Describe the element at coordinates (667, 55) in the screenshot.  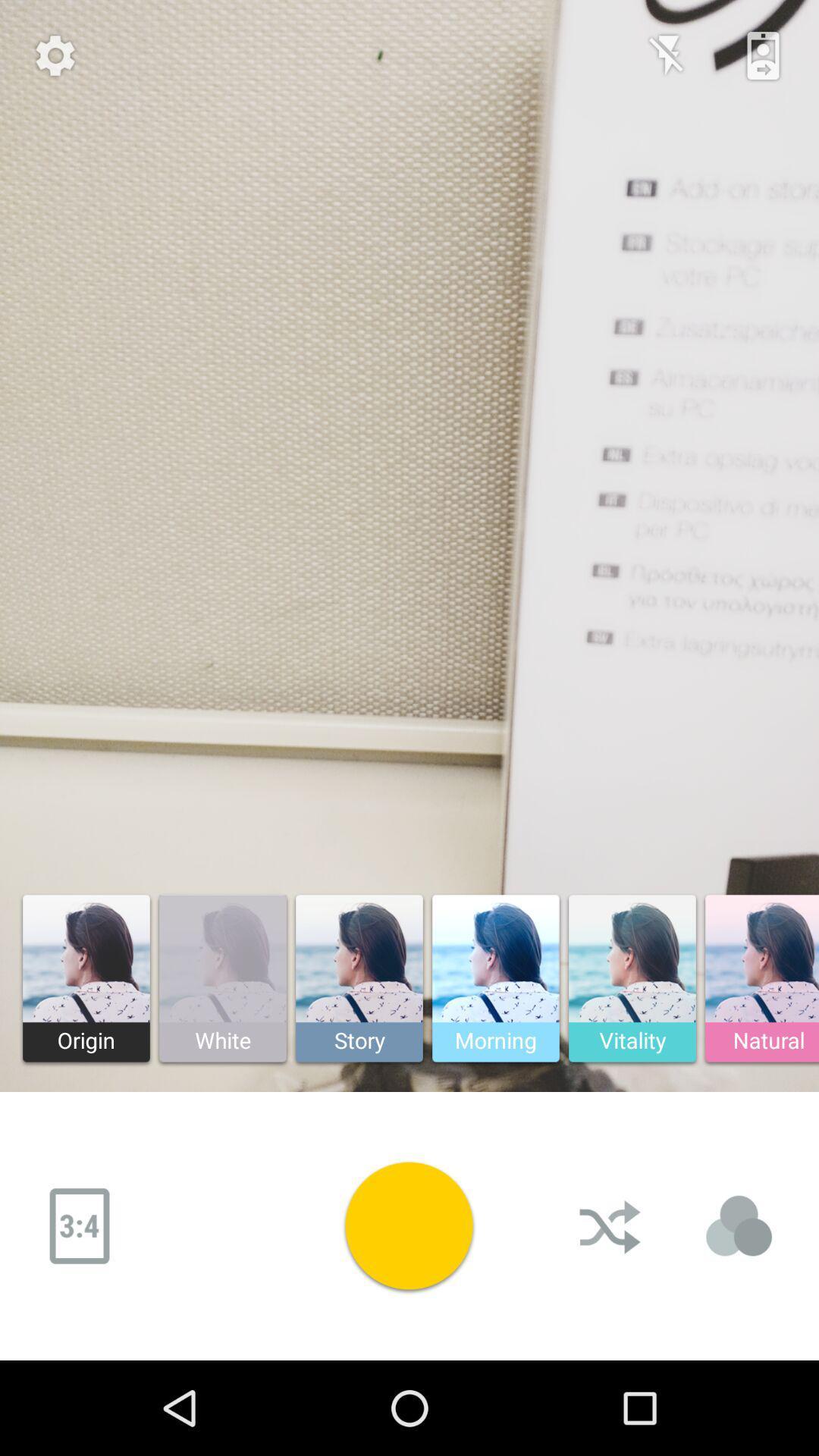
I see `the flash icon` at that location.